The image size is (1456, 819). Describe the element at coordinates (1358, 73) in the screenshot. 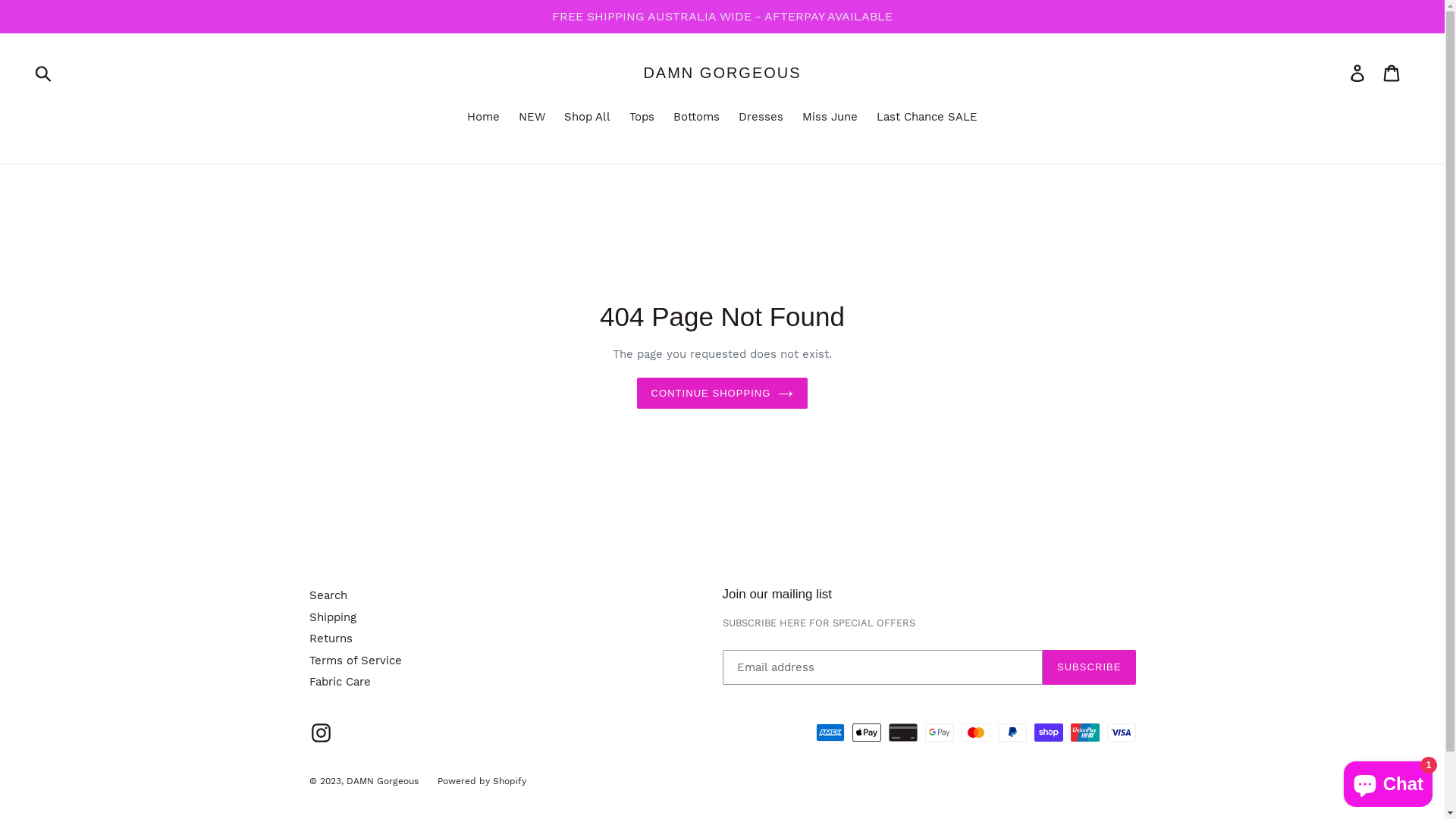

I see `'Log in'` at that location.